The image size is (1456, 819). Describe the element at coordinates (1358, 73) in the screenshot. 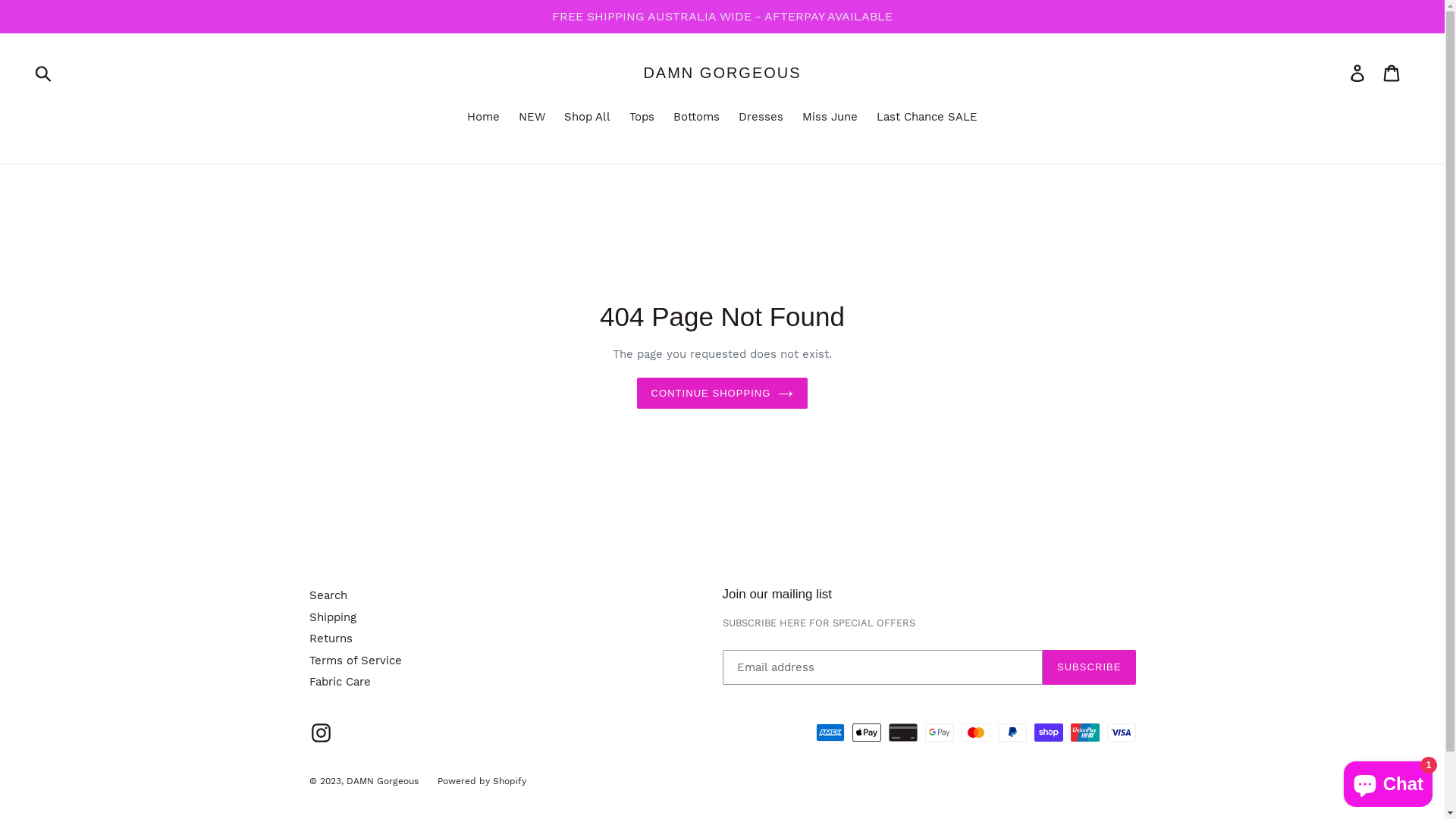

I see `'Log in'` at that location.